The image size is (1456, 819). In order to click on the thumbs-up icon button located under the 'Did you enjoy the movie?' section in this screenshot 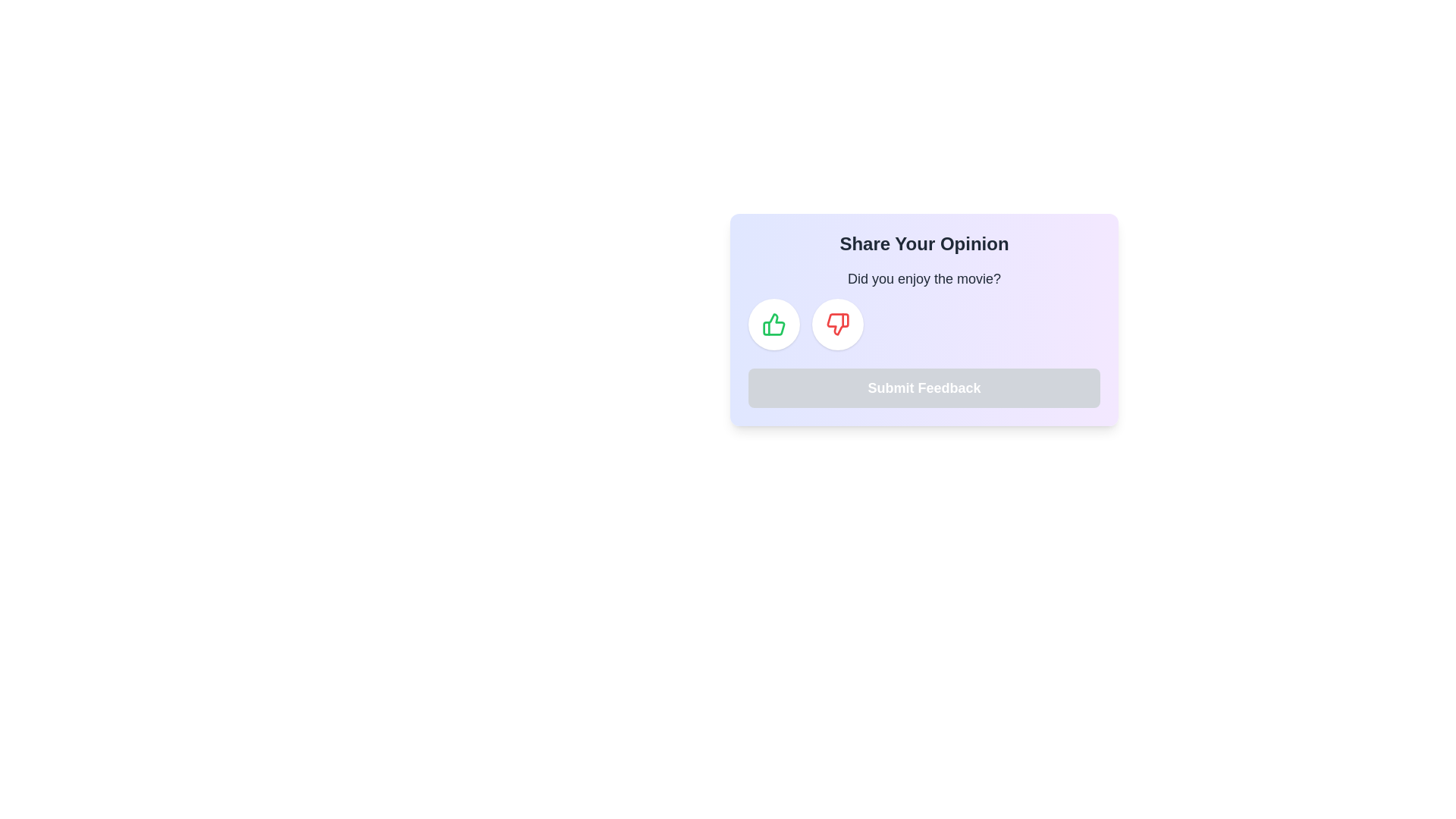, I will do `click(774, 324)`.